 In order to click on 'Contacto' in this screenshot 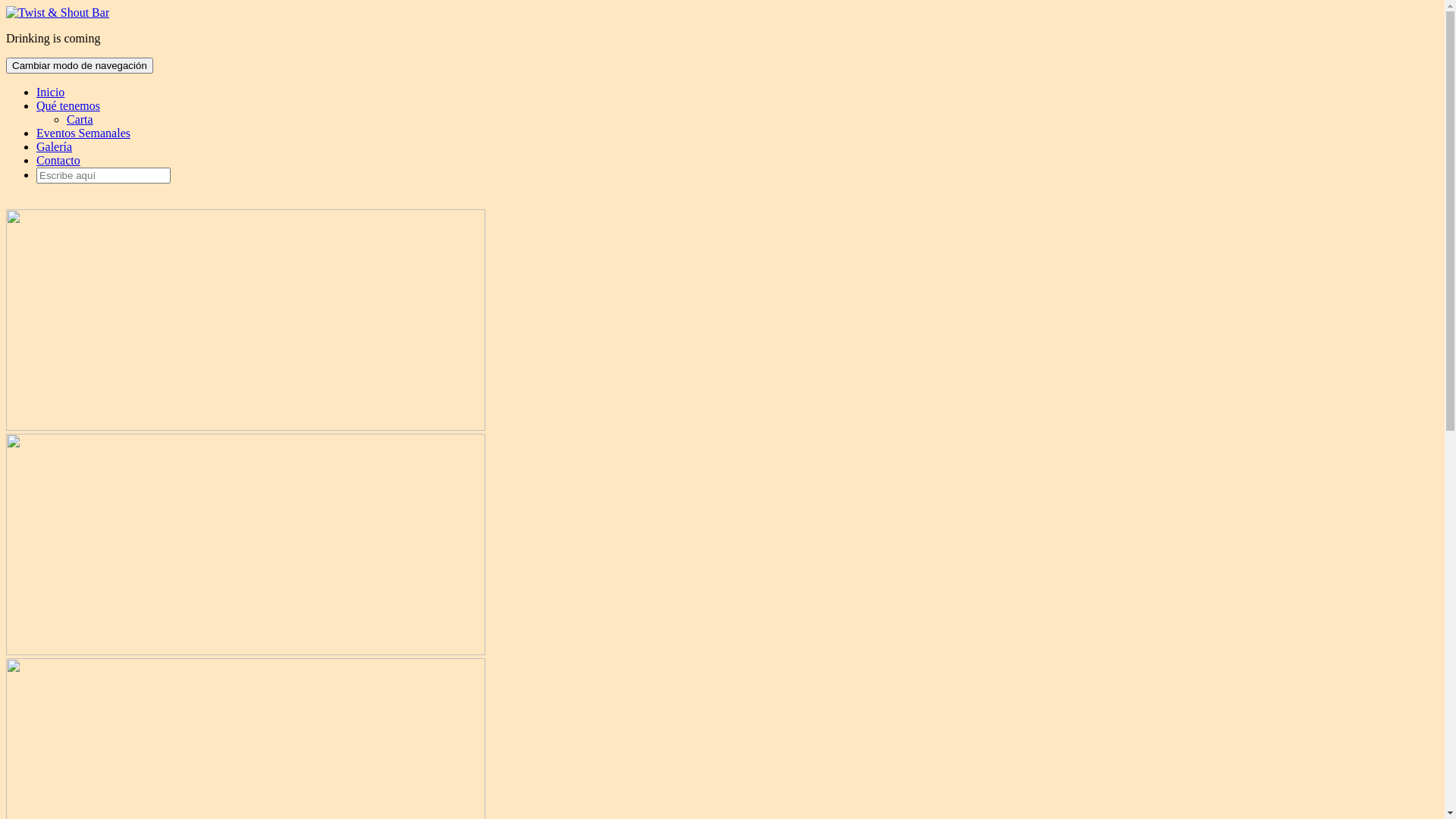, I will do `click(58, 160)`.